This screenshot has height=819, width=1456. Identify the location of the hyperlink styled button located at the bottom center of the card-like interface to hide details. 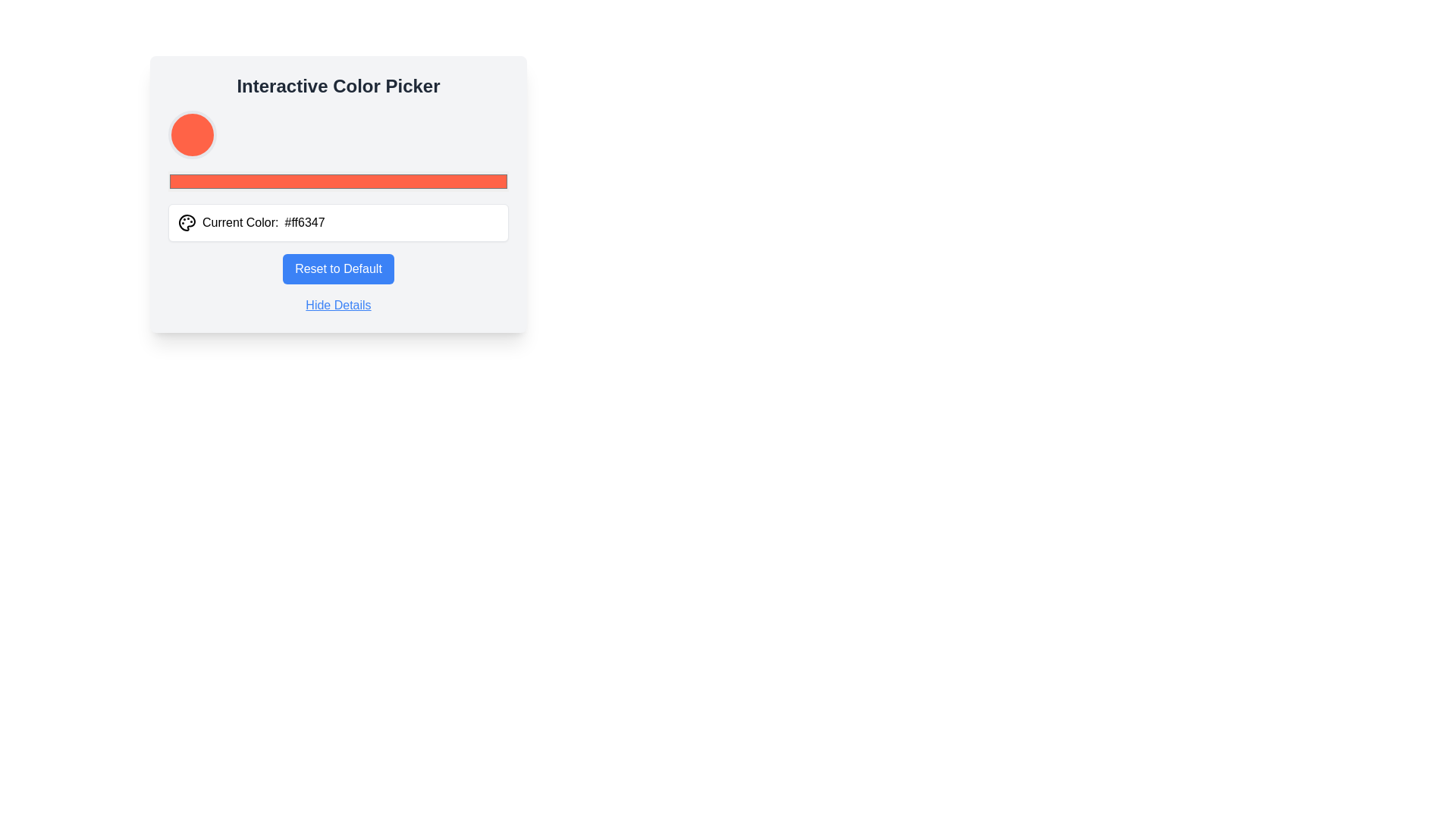
(337, 305).